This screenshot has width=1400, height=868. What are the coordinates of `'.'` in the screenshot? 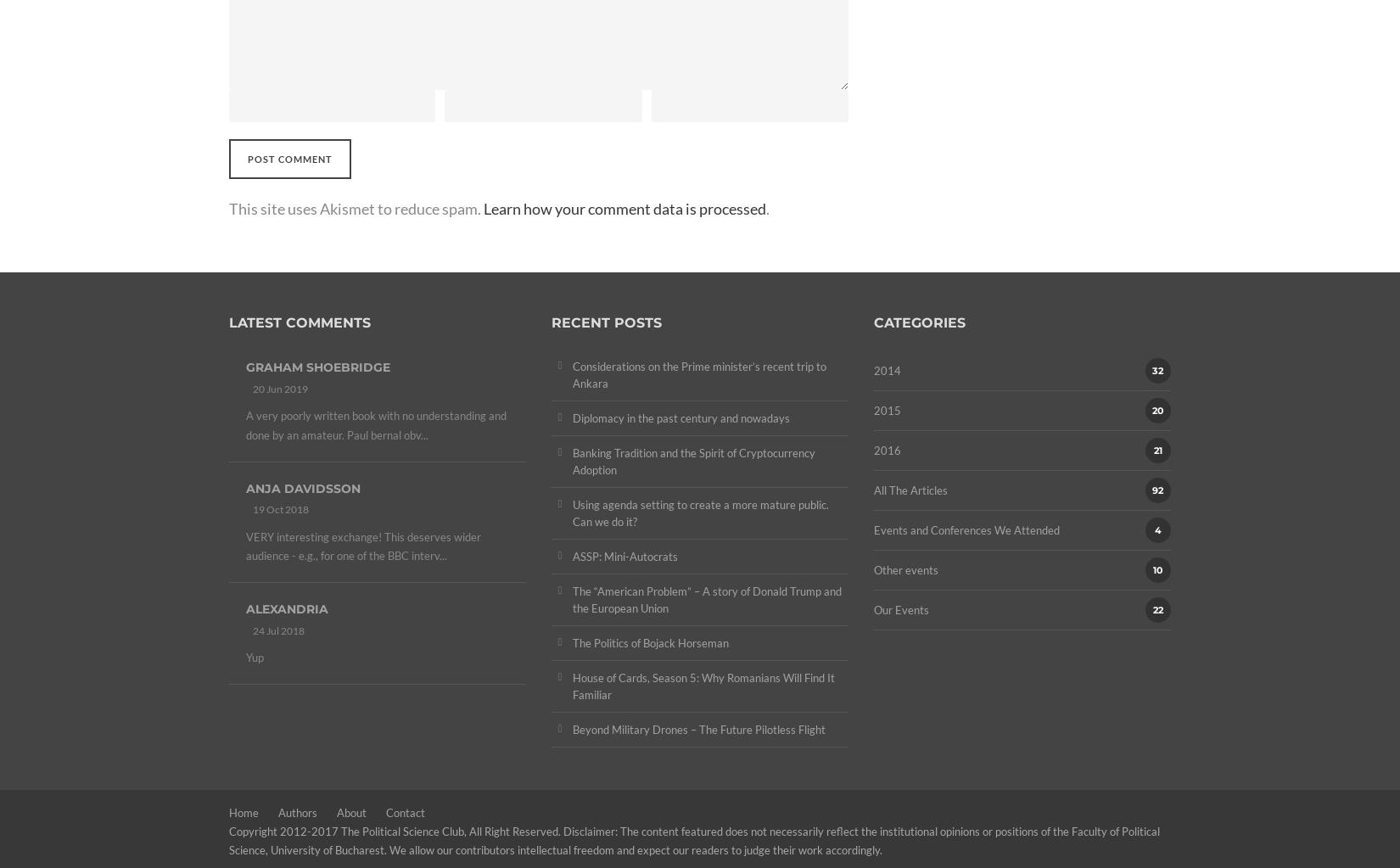 It's located at (768, 208).